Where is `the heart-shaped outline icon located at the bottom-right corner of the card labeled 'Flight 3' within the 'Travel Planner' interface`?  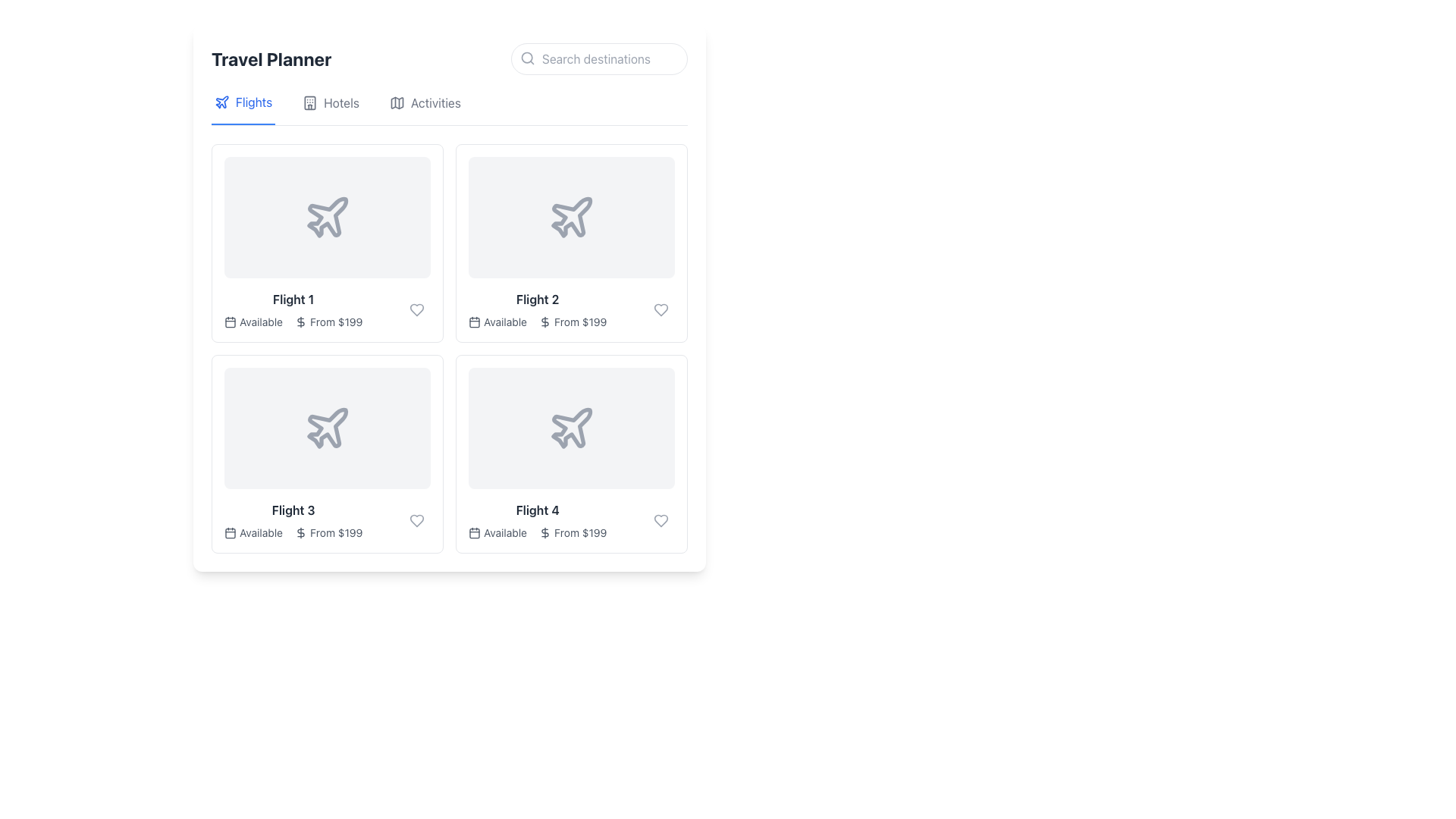
the heart-shaped outline icon located at the bottom-right corner of the card labeled 'Flight 3' within the 'Travel Planner' interface is located at coordinates (417, 519).